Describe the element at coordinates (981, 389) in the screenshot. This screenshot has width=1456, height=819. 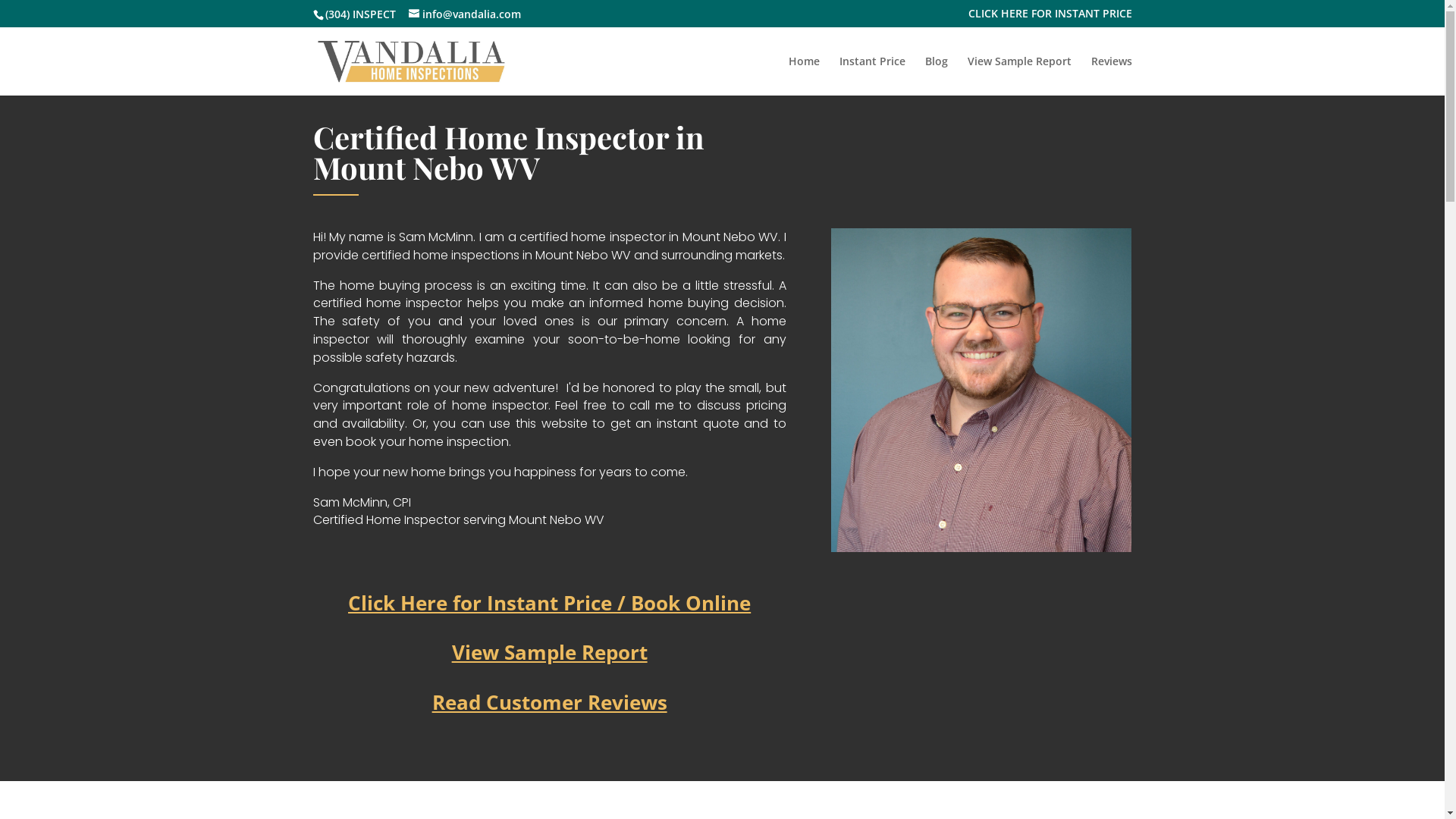
I see `'sam'` at that location.